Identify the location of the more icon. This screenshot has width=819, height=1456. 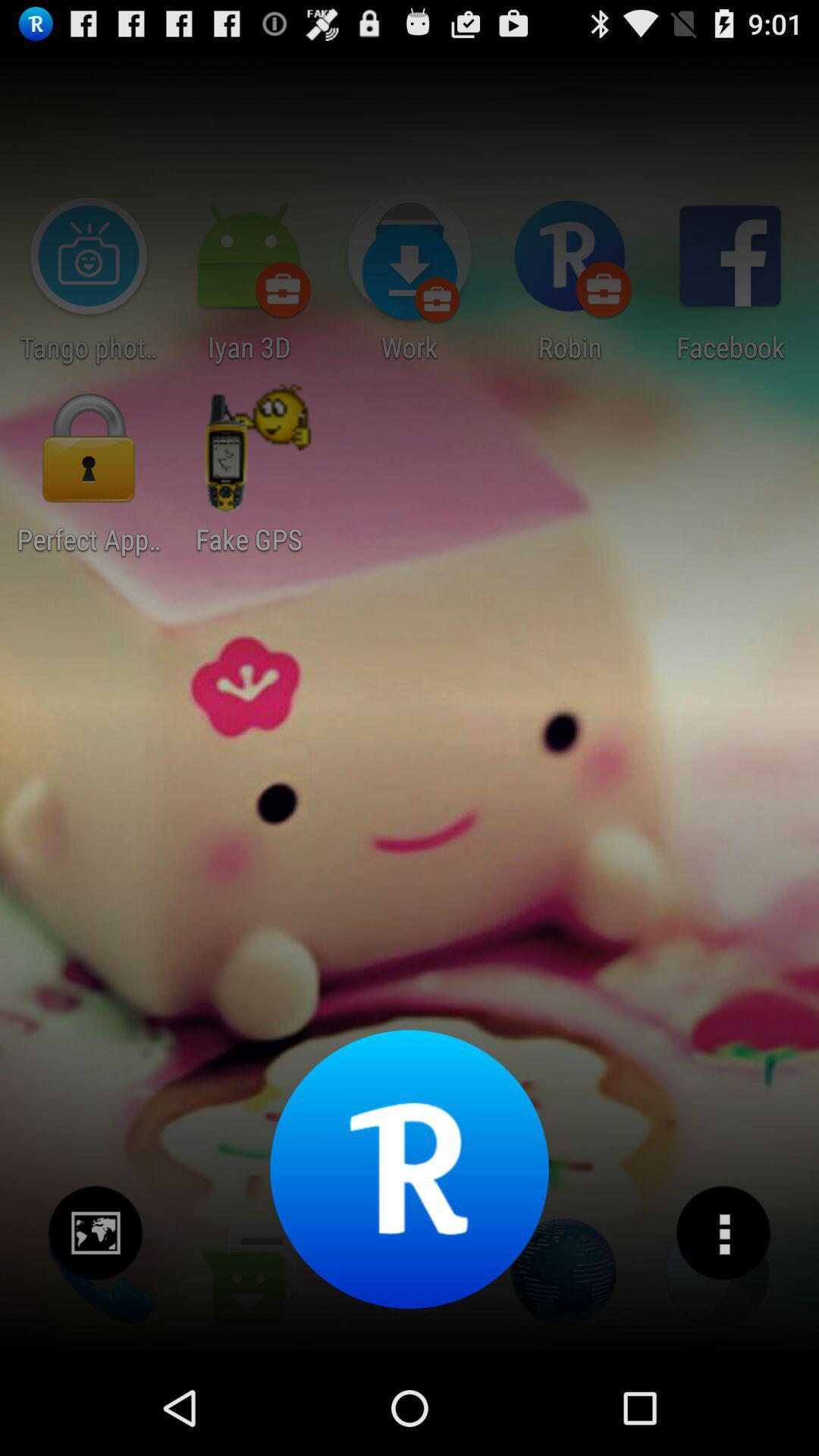
(722, 1319).